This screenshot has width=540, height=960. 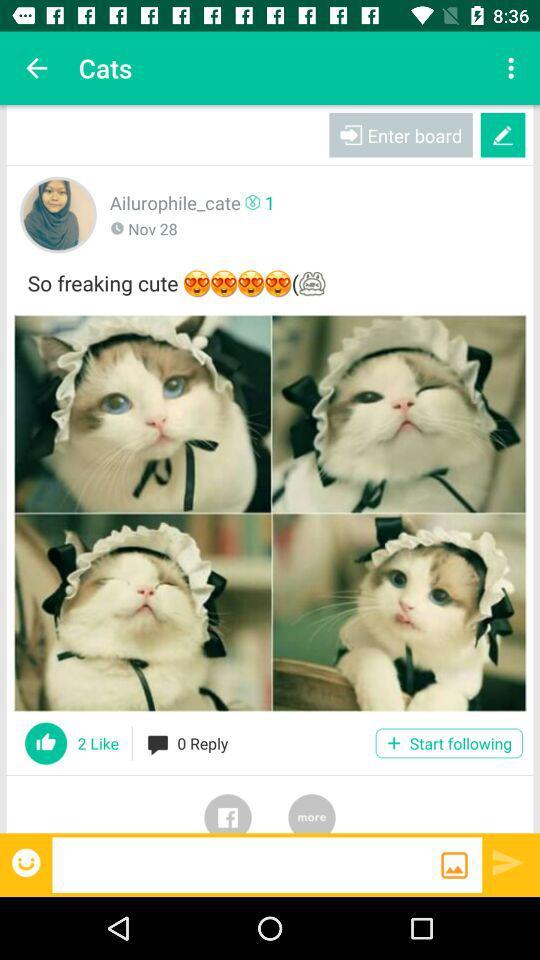 I want to click on expand picture, so click(x=270, y=512).